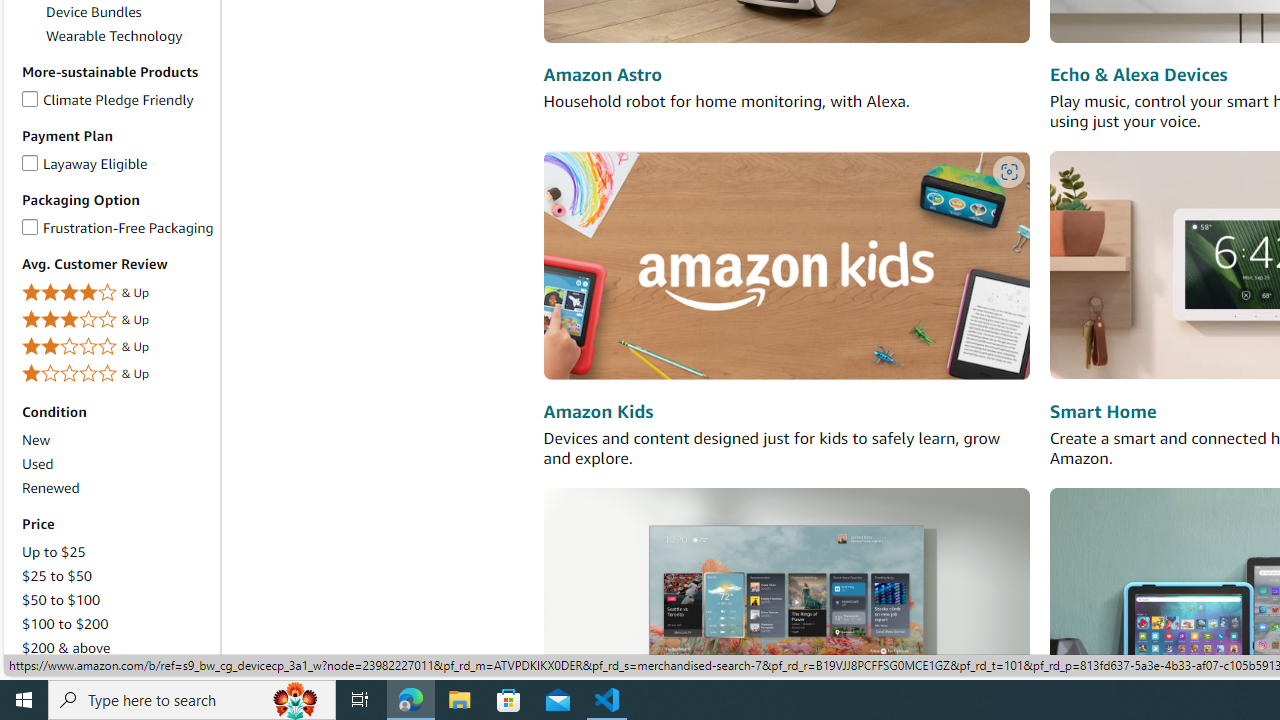 The height and width of the screenshot is (720, 1280). What do you see at coordinates (36, 439) in the screenshot?
I see `'New'` at bounding box center [36, 439].